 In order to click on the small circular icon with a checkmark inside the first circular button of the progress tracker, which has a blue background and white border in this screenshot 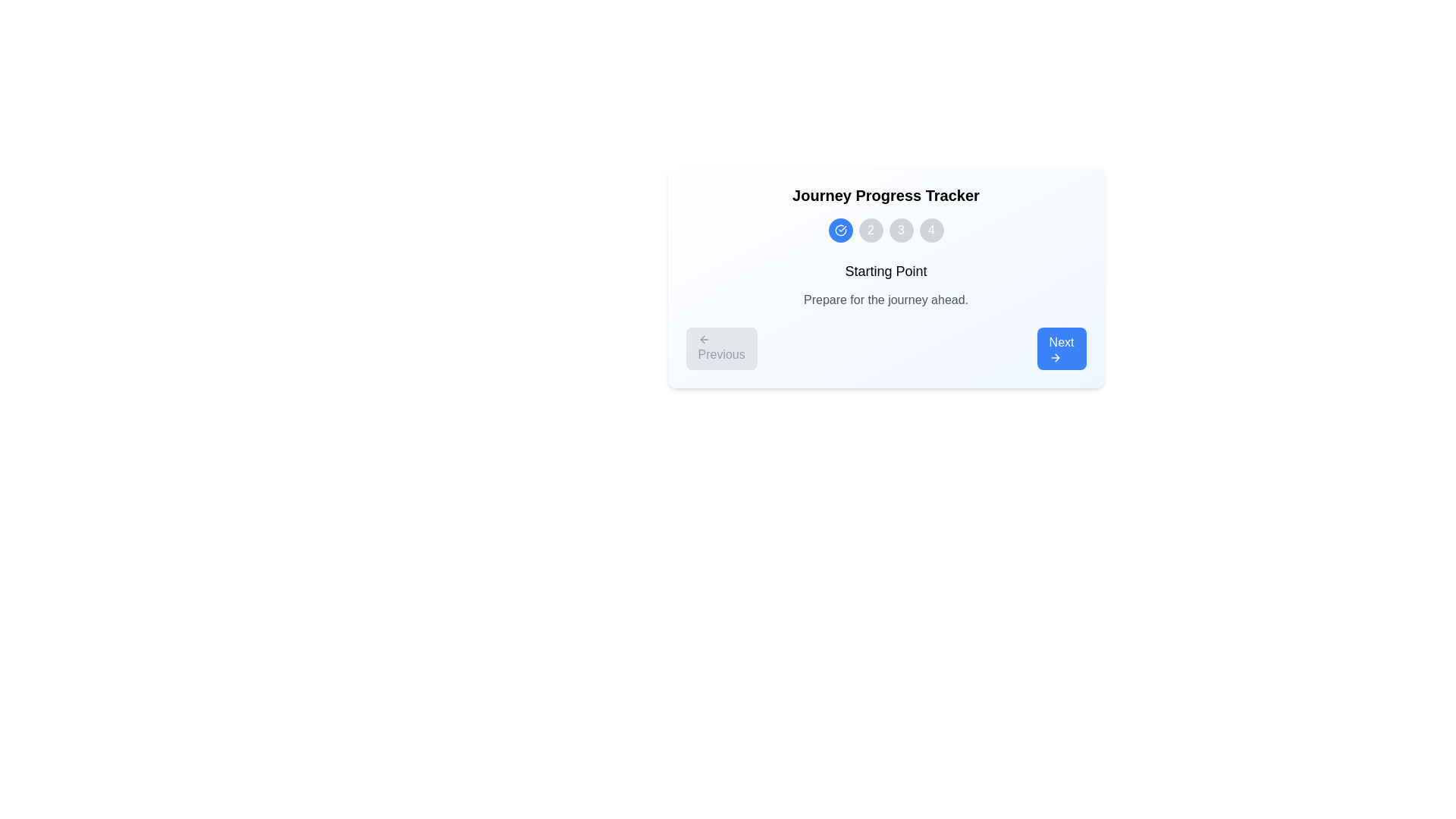, I will do `click(839, 231)`.